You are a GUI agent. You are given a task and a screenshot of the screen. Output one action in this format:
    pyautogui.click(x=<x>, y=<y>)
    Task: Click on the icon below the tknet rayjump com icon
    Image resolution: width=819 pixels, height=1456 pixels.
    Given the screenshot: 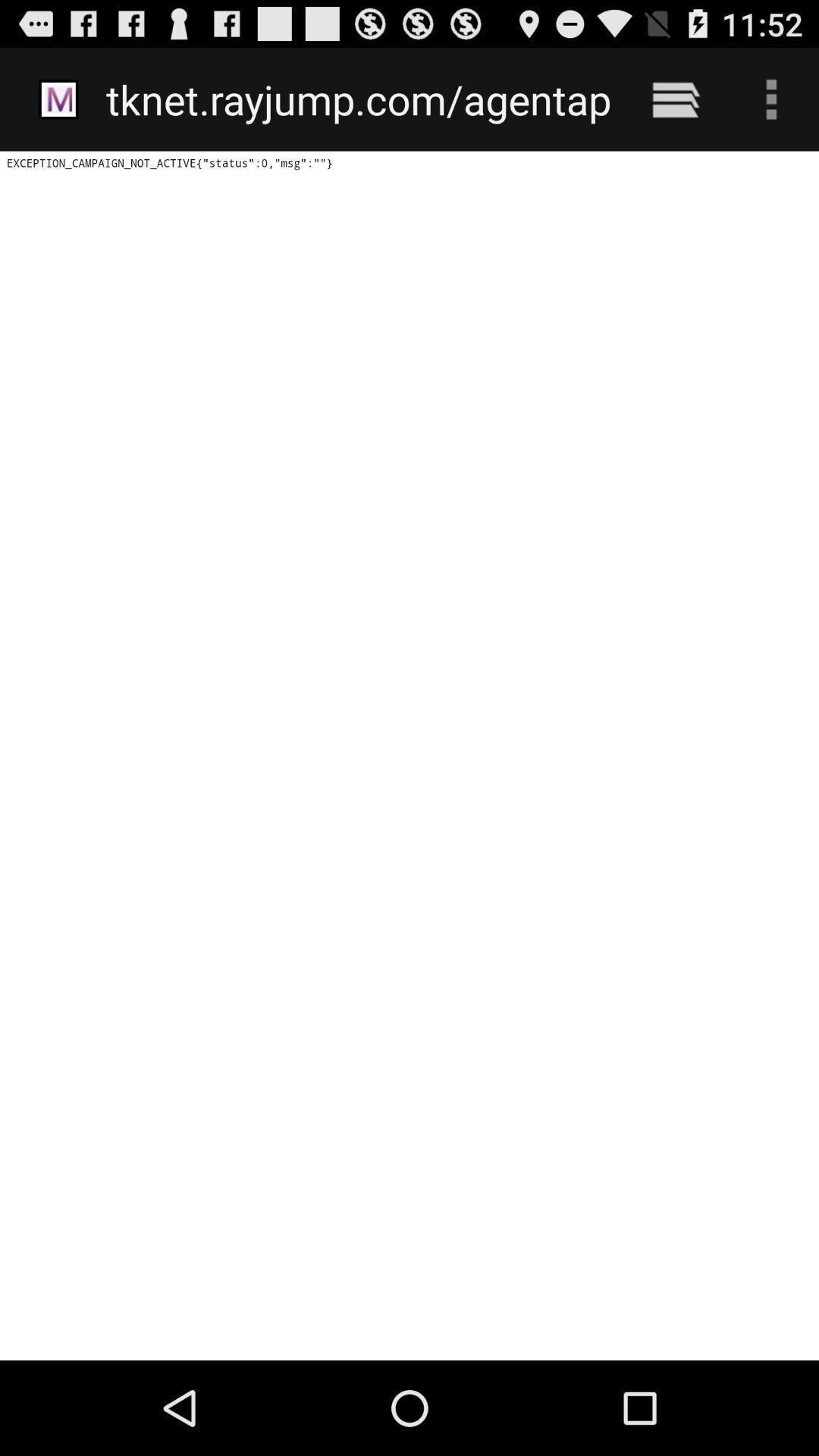 What is the action you would take?
    pyautogui.click(x=409, y=755)
    